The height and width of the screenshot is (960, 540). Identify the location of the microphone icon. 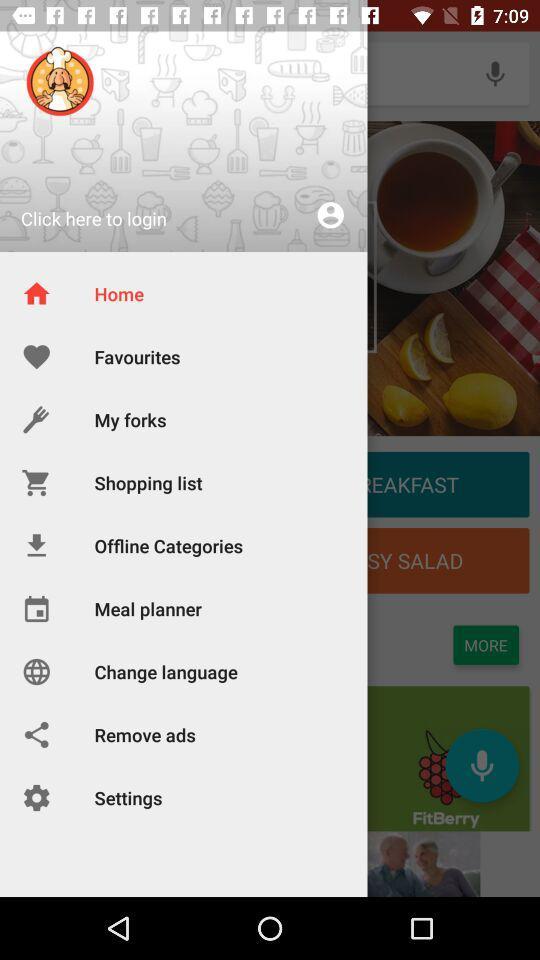
(494, 73).